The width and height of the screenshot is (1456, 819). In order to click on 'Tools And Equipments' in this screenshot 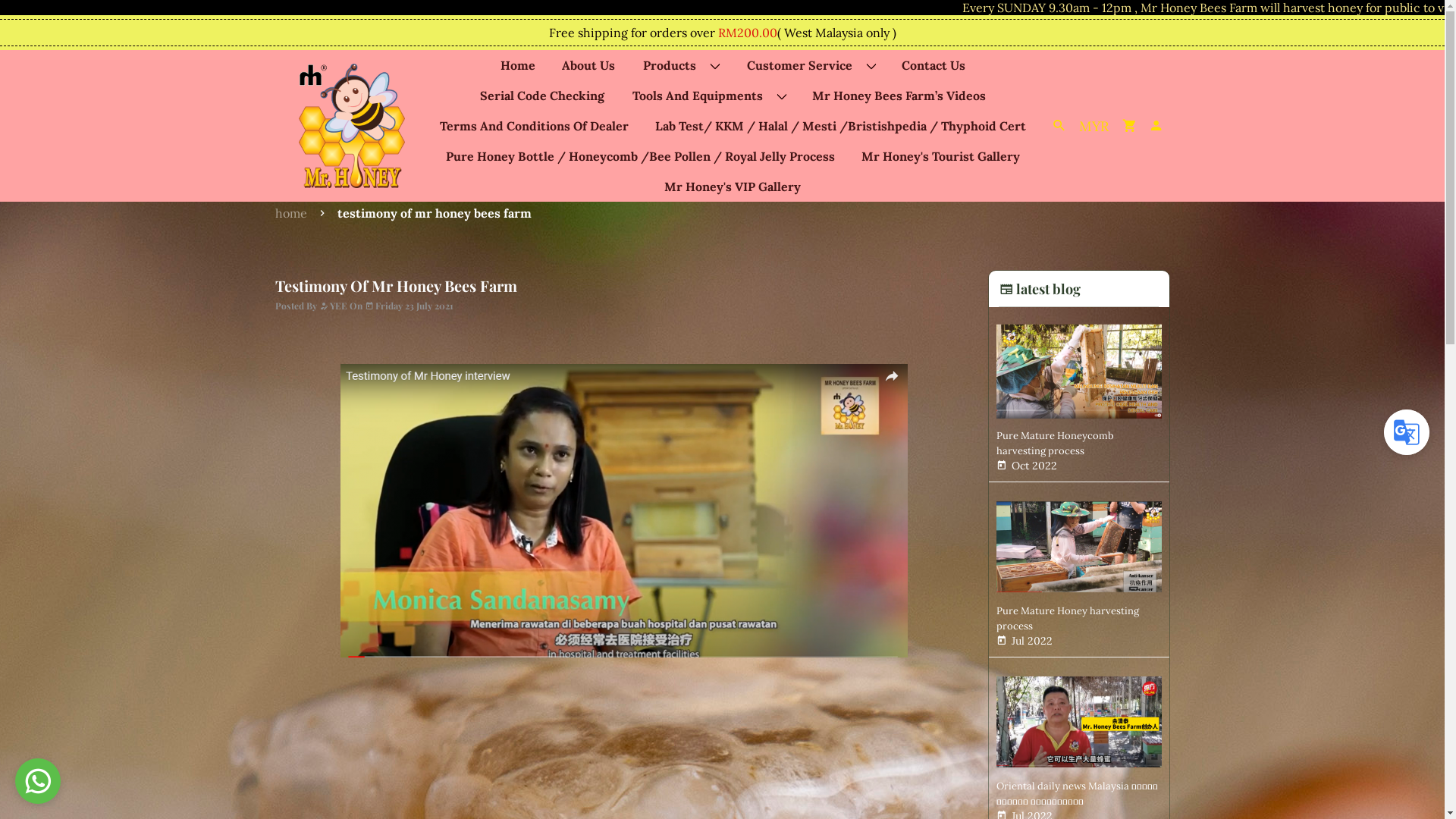, I will do `click(708, 96)`.